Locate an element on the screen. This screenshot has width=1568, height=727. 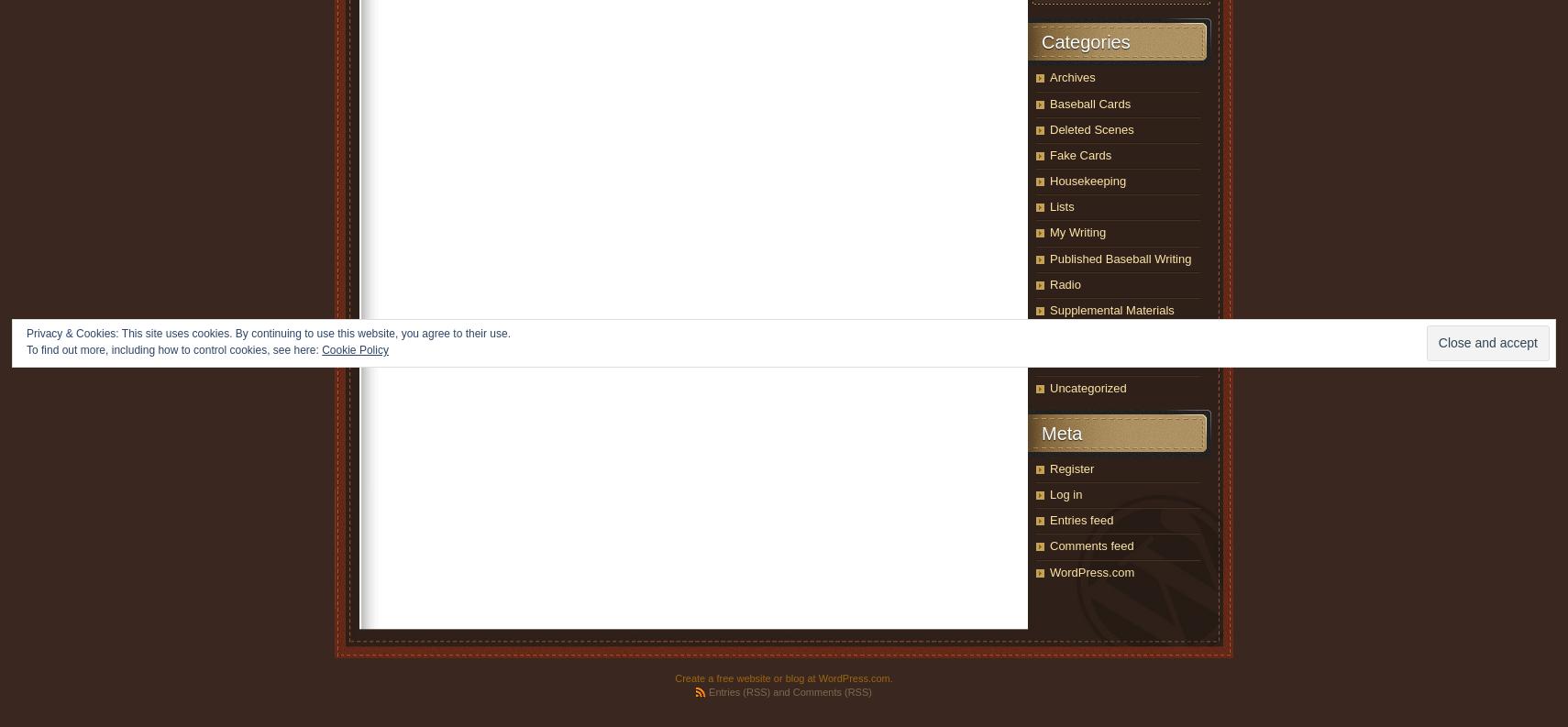
'My Writing' is located at coordinates (1049, 232).